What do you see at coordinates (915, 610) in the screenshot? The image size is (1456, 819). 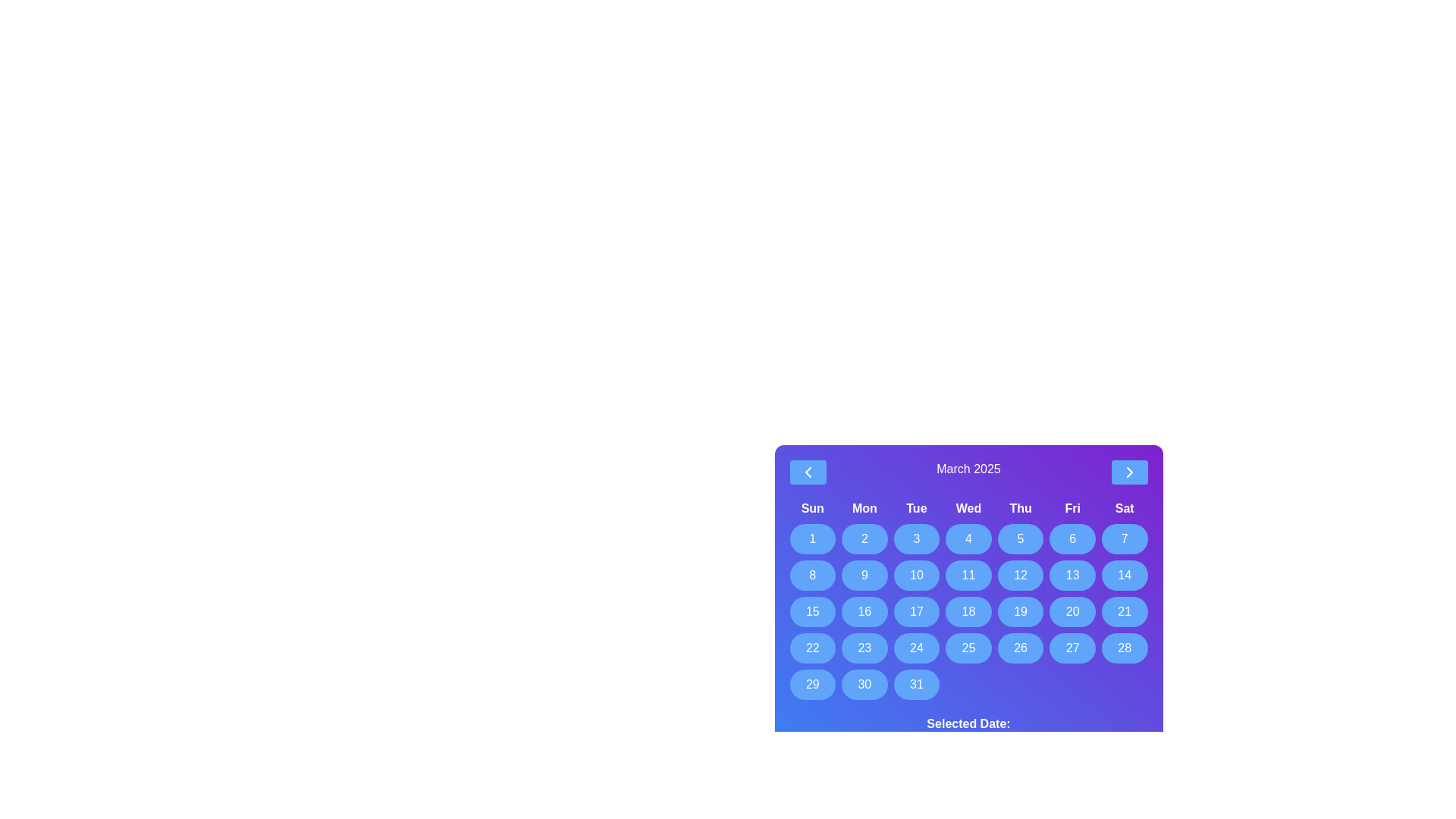 I see `the circular button labeled '17' with a blue background in the calendar grid` at bounding box center [915, 610].